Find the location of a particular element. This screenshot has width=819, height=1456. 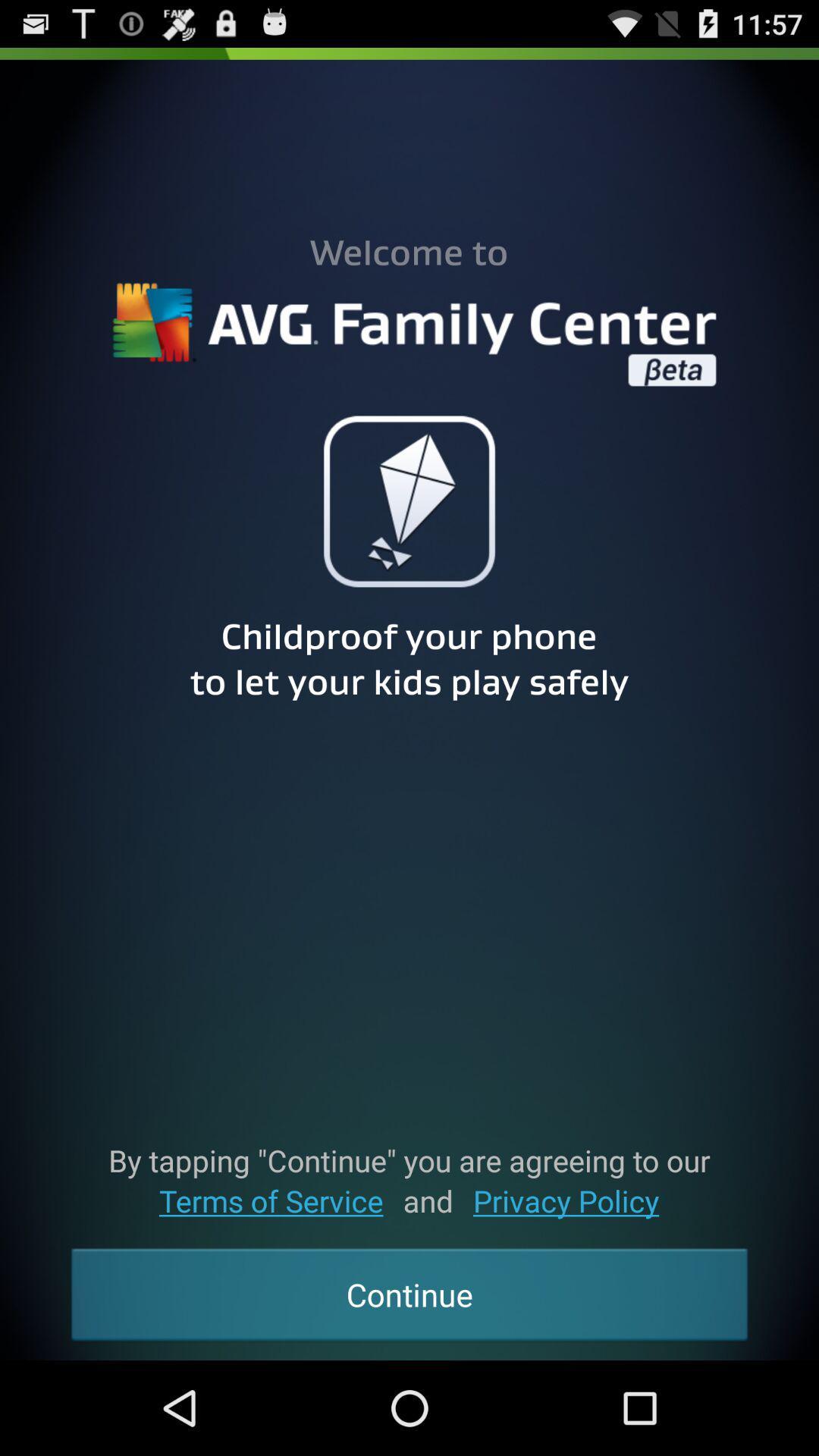

the privacy policy item is located at coordinates (566, 1200).